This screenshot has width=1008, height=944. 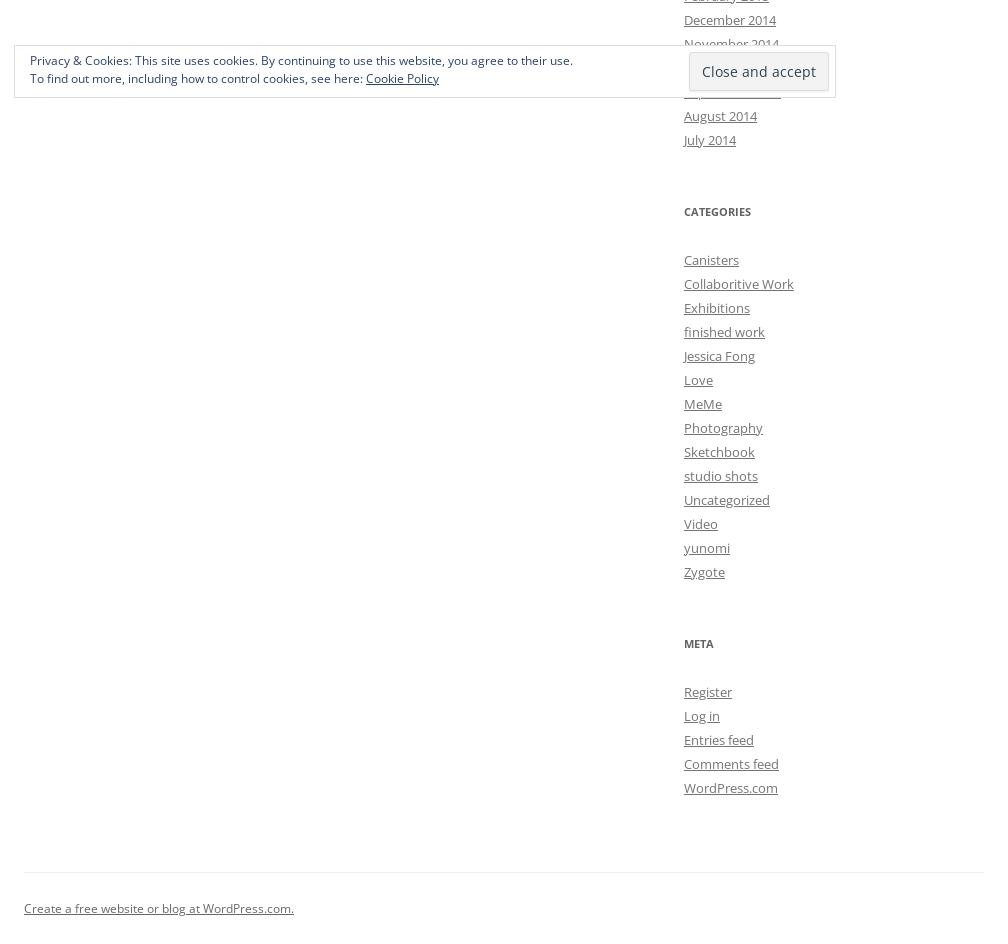 What do you see at coordinates (731, 786) in the screenshot?
I see `'WordPress.com'` at bounding box center [731, 786].